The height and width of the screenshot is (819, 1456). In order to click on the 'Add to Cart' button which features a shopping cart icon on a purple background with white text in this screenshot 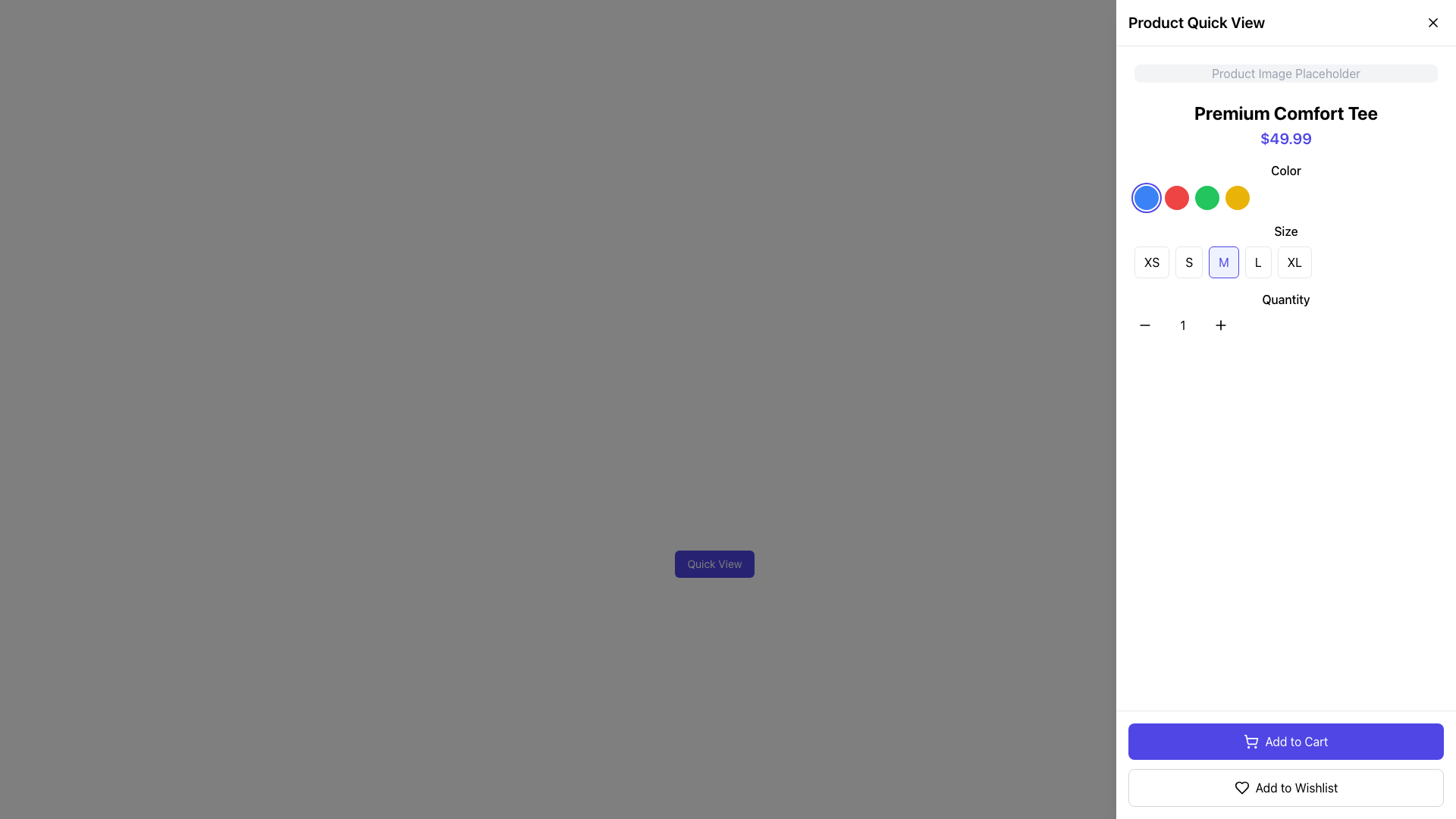, I will do `click(1251, 739)`.